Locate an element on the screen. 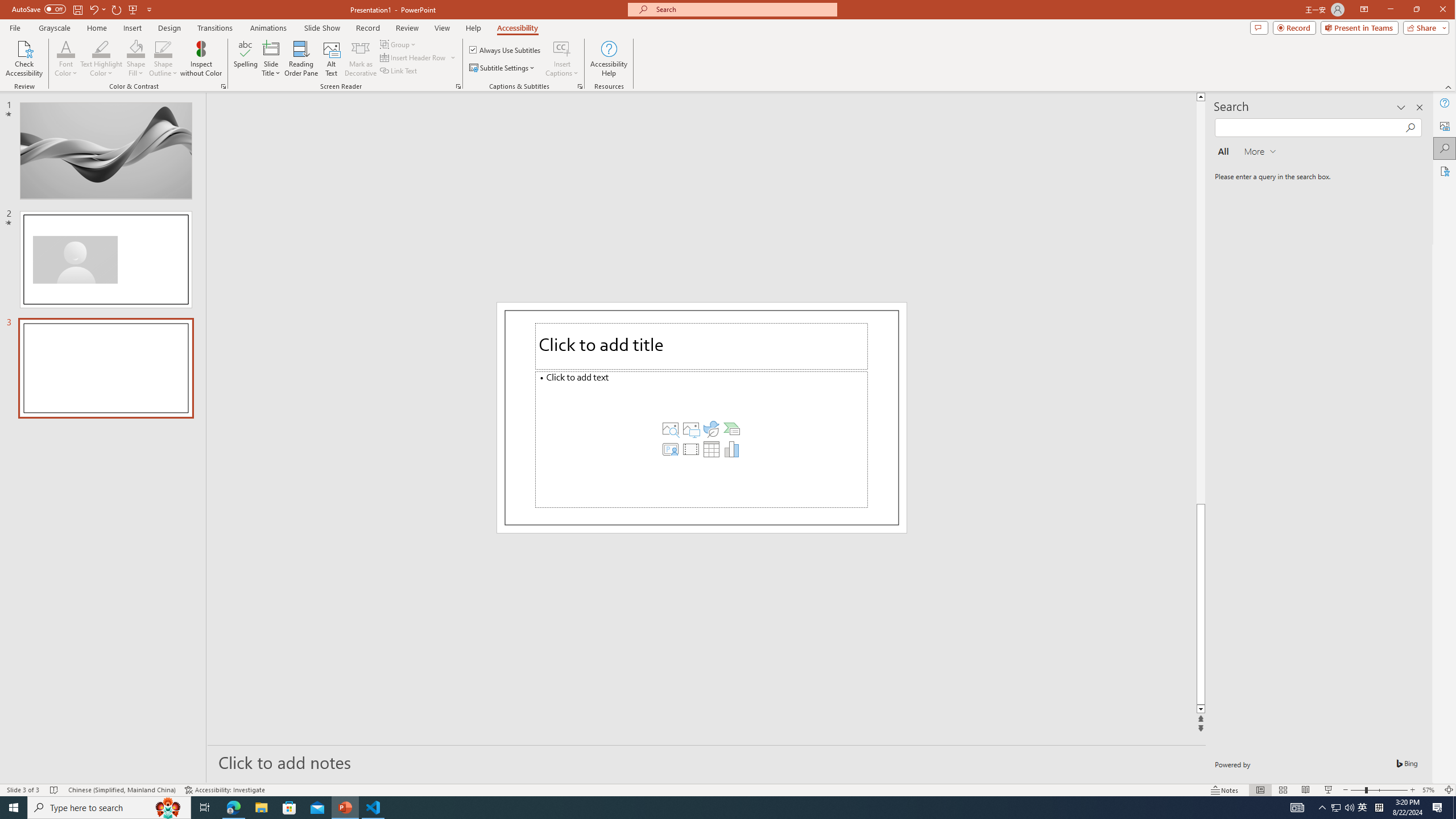 The height and width of the screenshot is (819, 1456). 'Insert a SmartArt Graphic' is located at coordinates (731, 428).